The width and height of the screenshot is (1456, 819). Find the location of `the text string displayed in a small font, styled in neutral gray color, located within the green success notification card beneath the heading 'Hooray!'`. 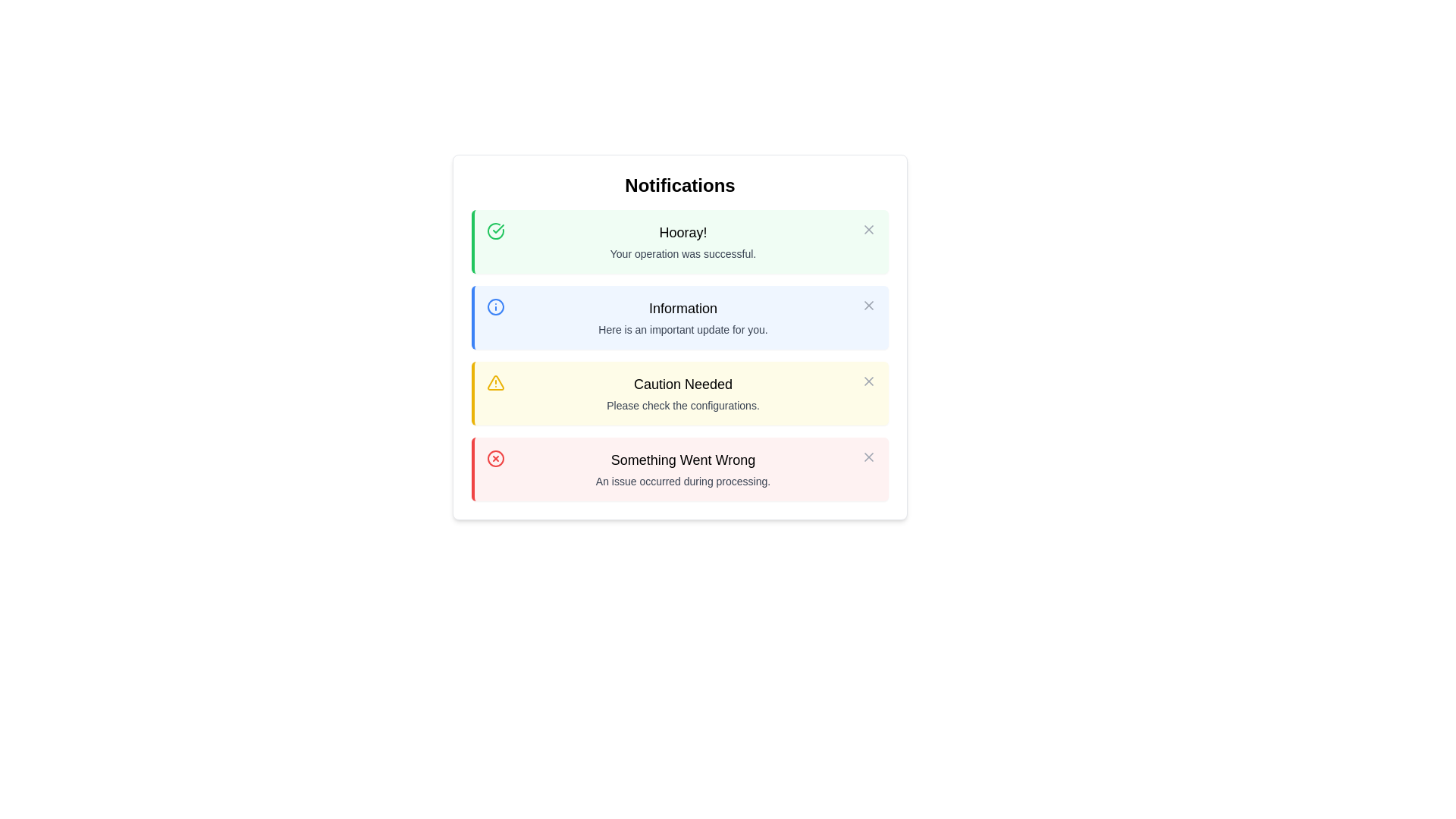

the text string displayed in a small font, styled in neutral gray color, located within the green success notification card beneath the heading 'Hooray!' is located at coordinates (682, 253).